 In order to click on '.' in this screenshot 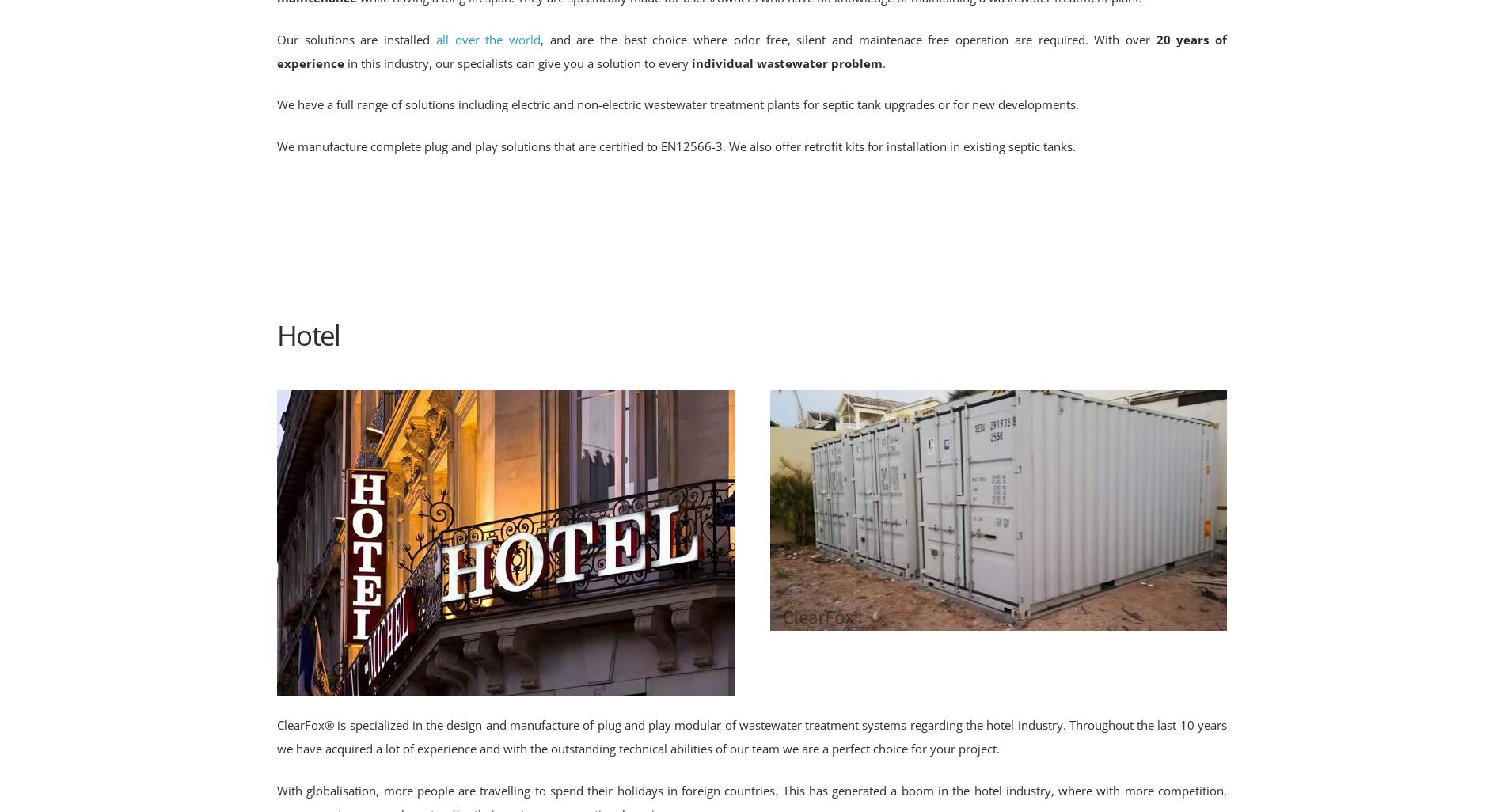, I will do `click(884, 62)`.